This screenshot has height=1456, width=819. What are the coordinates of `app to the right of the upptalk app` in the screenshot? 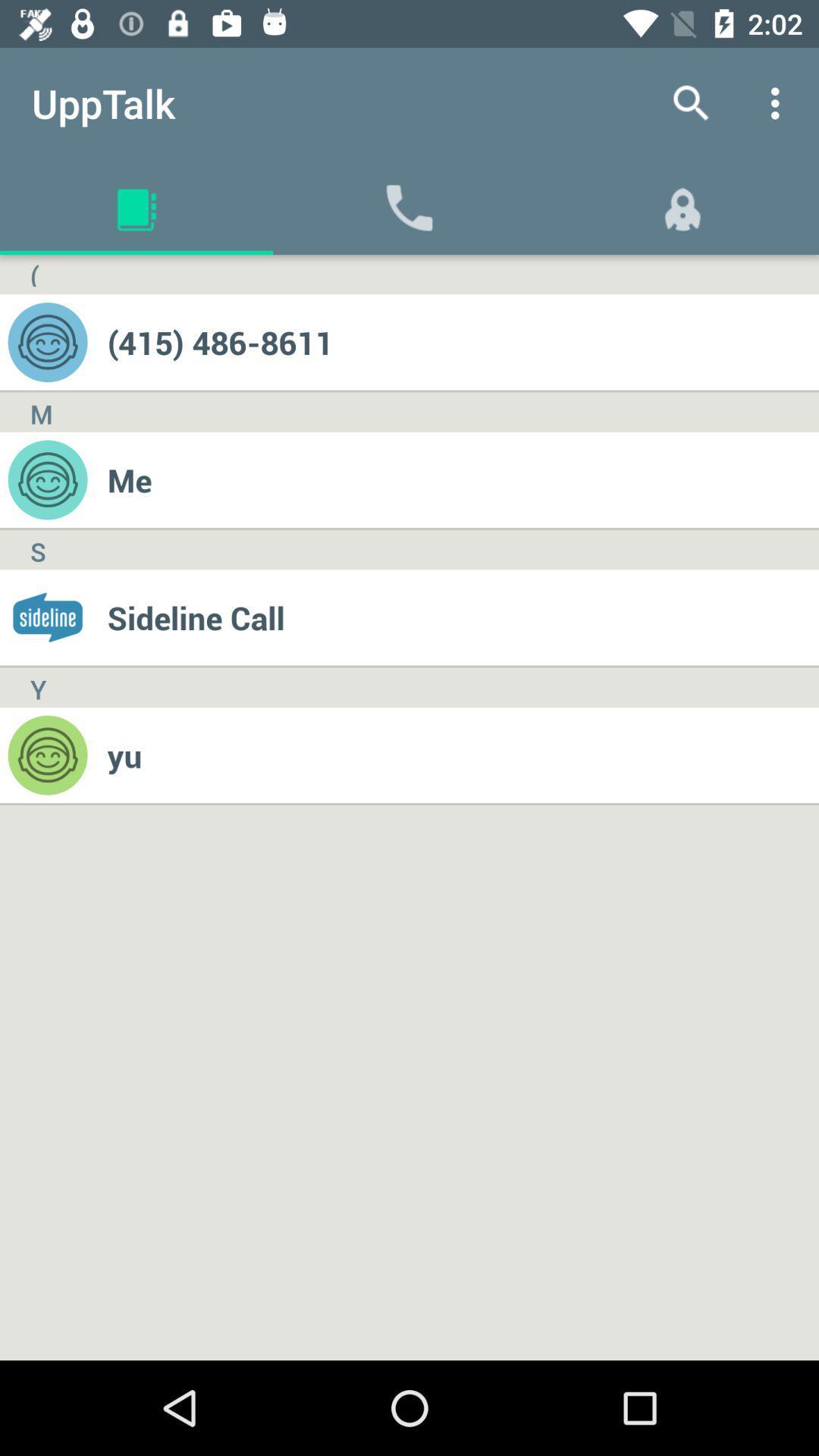 It's located at (691, 102).